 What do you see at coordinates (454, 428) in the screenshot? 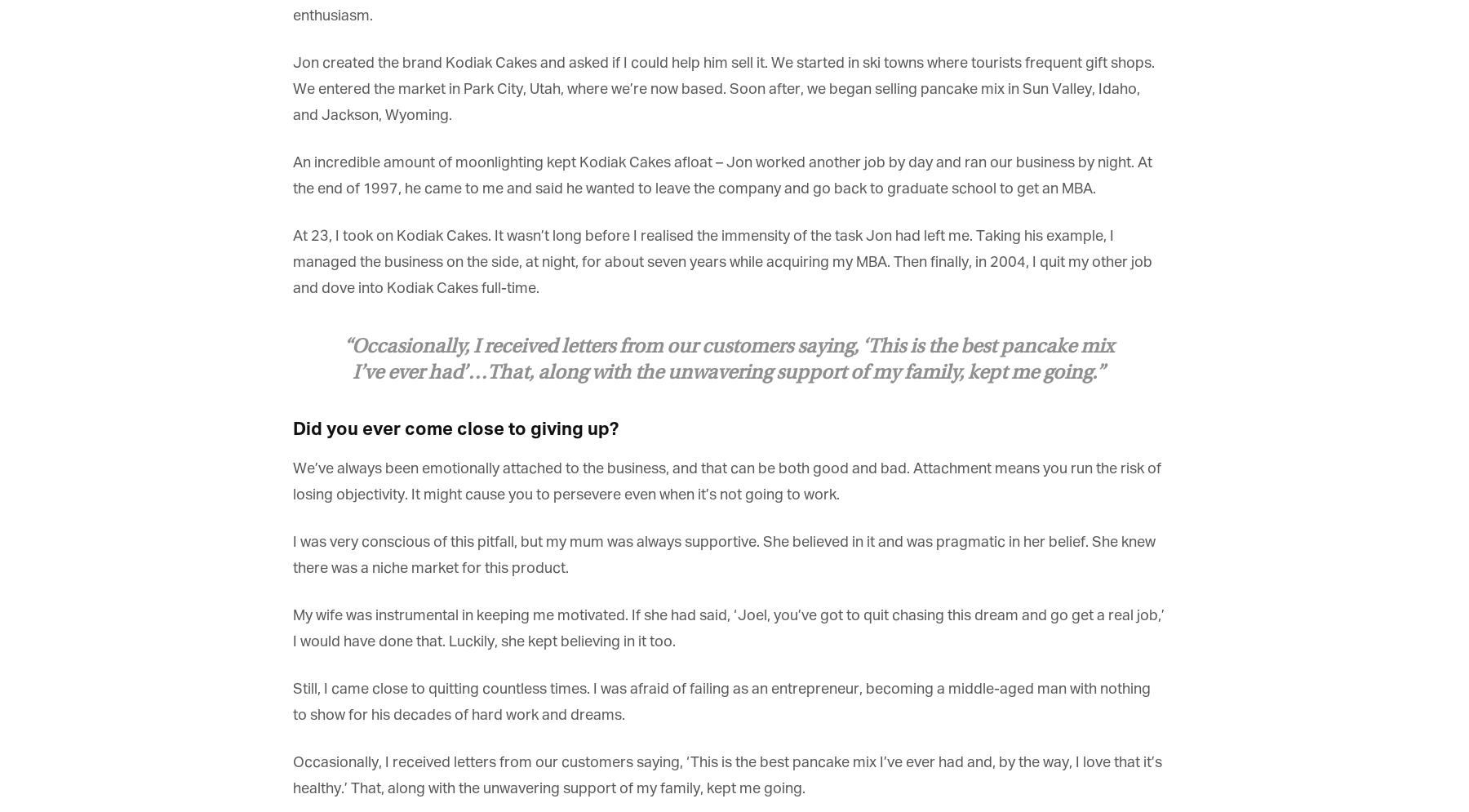
I see `'Did you ever come close to giving up?'` at bounding box center [454, 428].